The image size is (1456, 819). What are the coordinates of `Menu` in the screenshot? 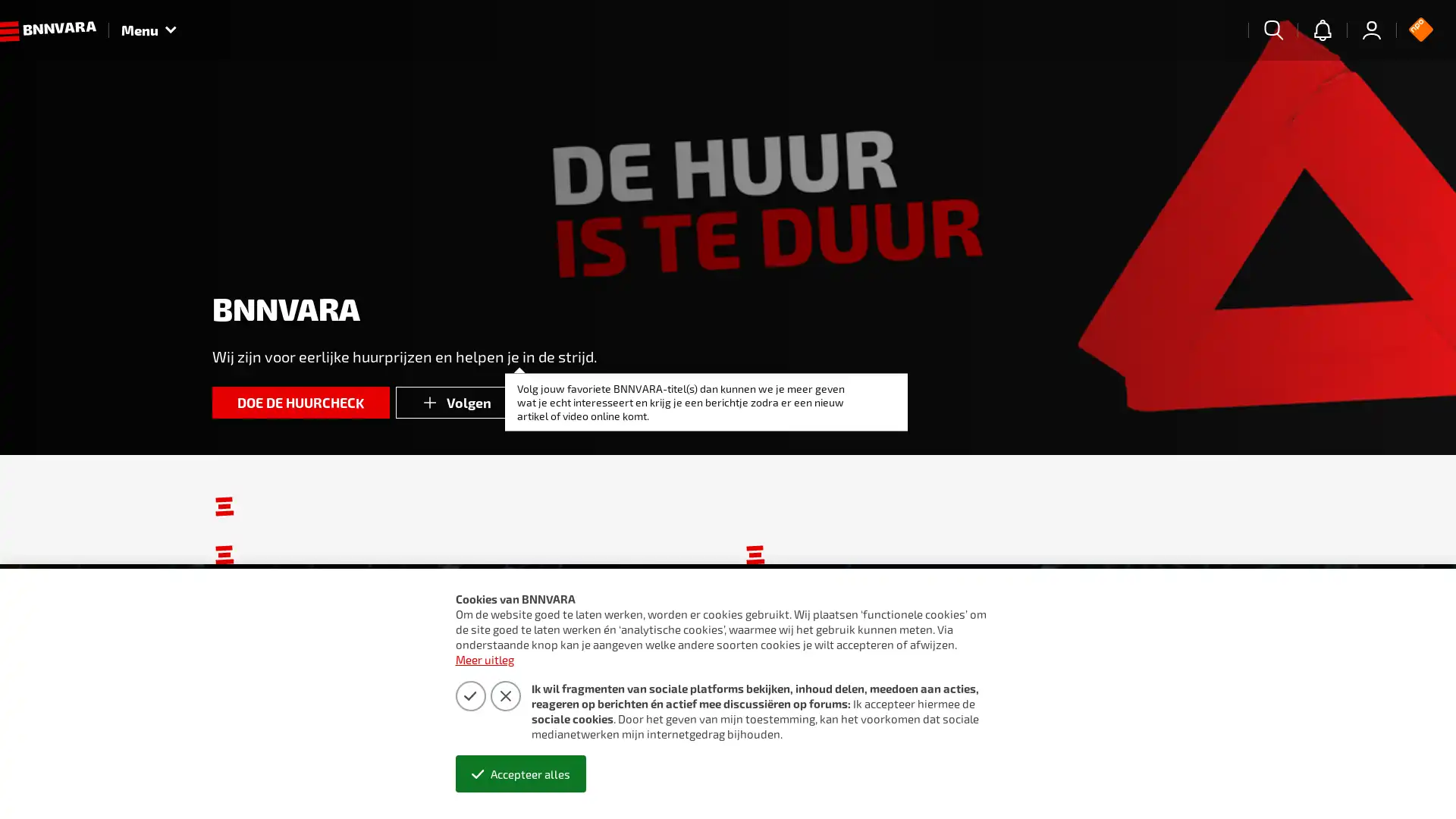 It's located at (149, 30).